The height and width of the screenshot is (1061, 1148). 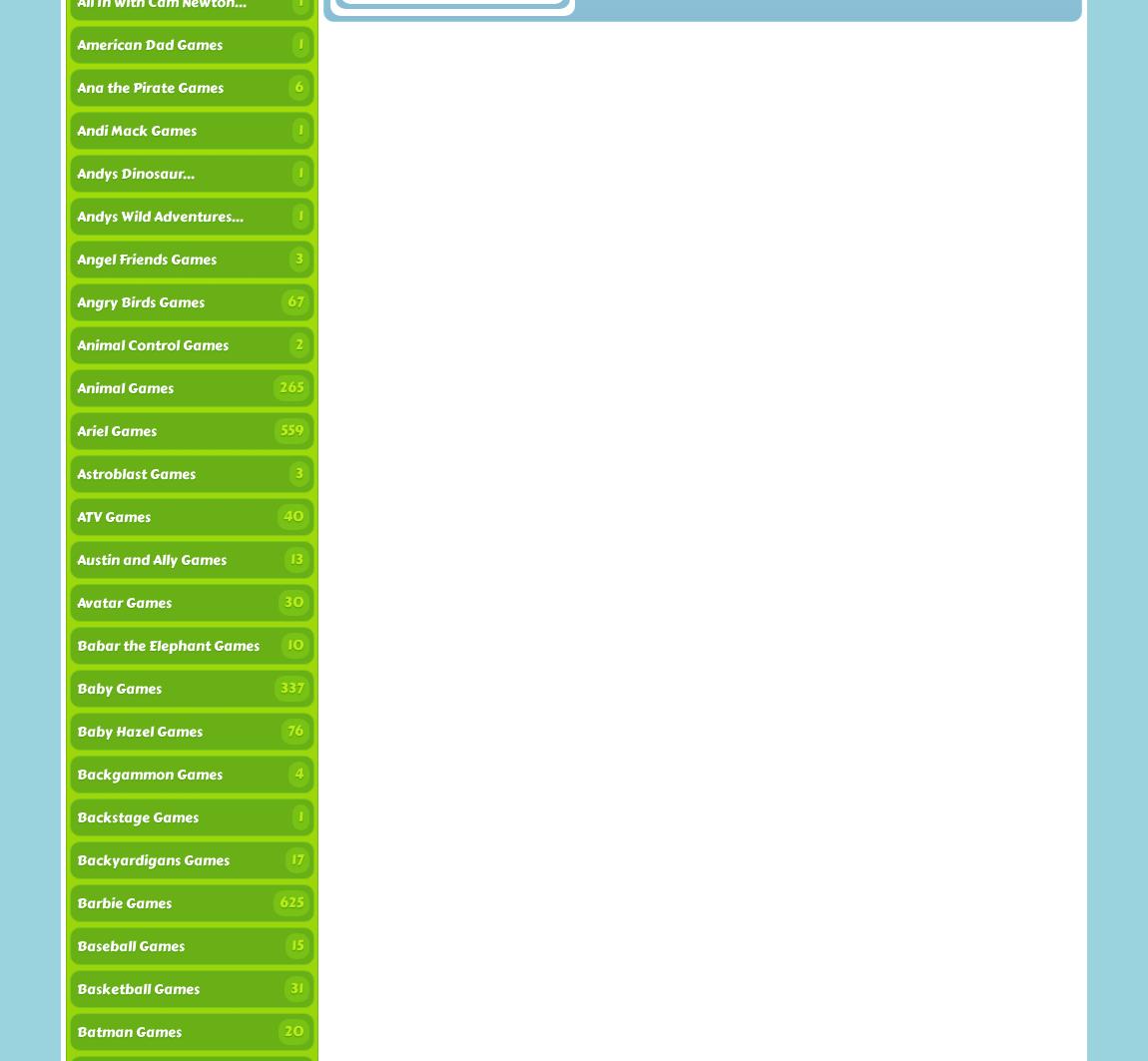 I want to click on 'Angel Friends Games', so click(x=145, y=260).